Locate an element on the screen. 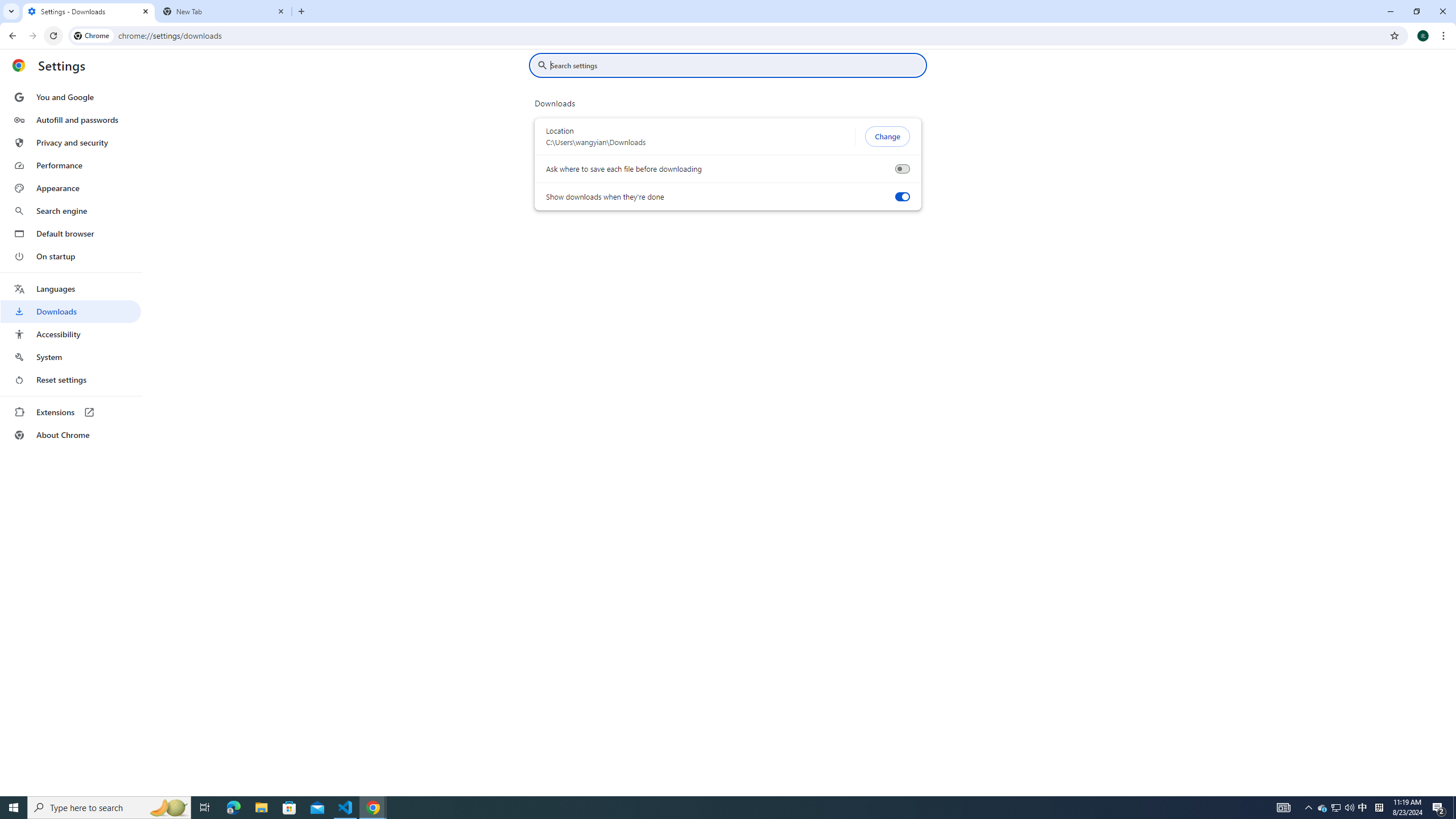 The height and width of the screenshot is (819, 1456). 'Performance' is located at coordinates (70, 165).